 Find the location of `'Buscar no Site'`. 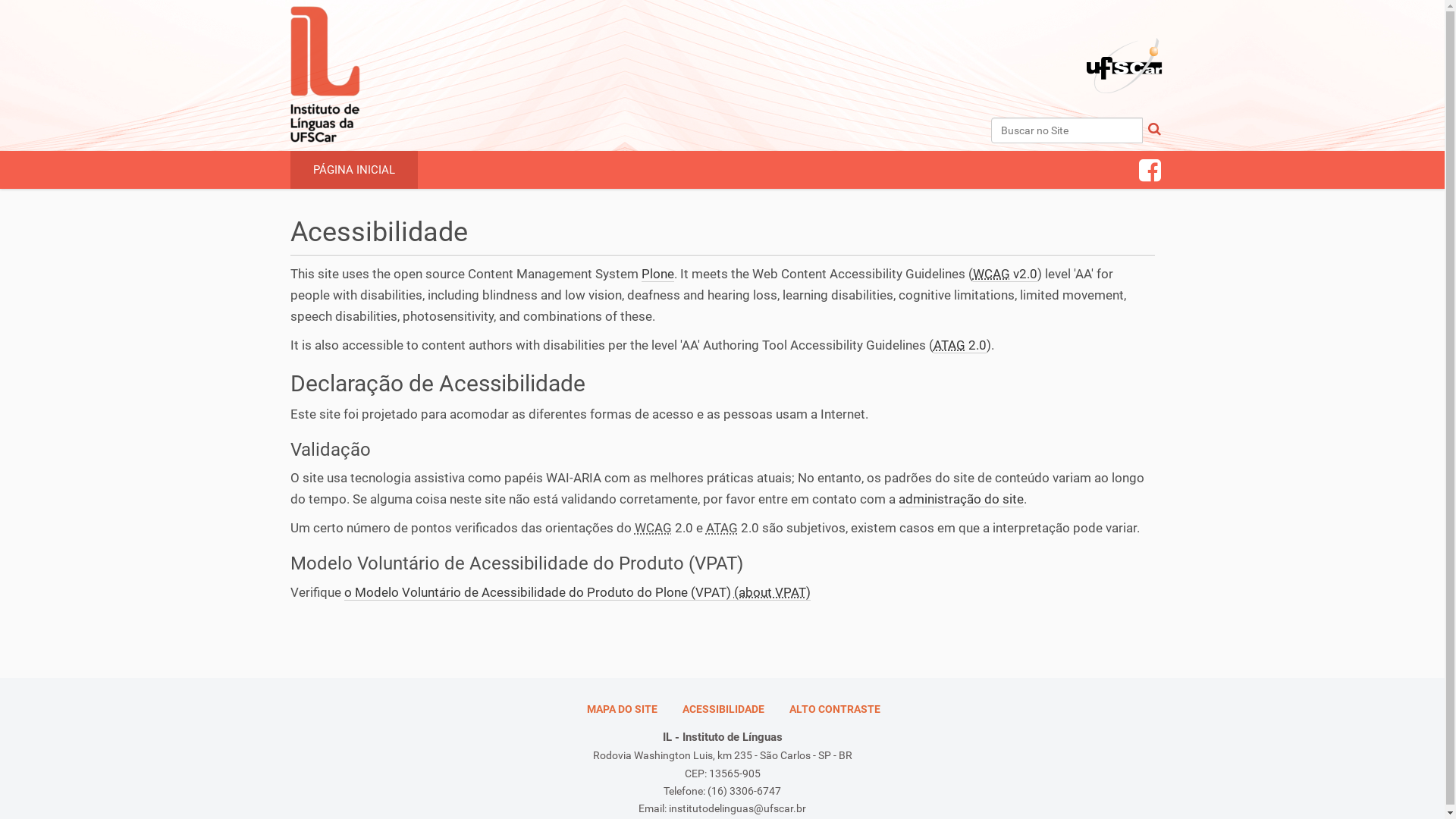

'Buscar no Site' is located at coordinates (990, 130).